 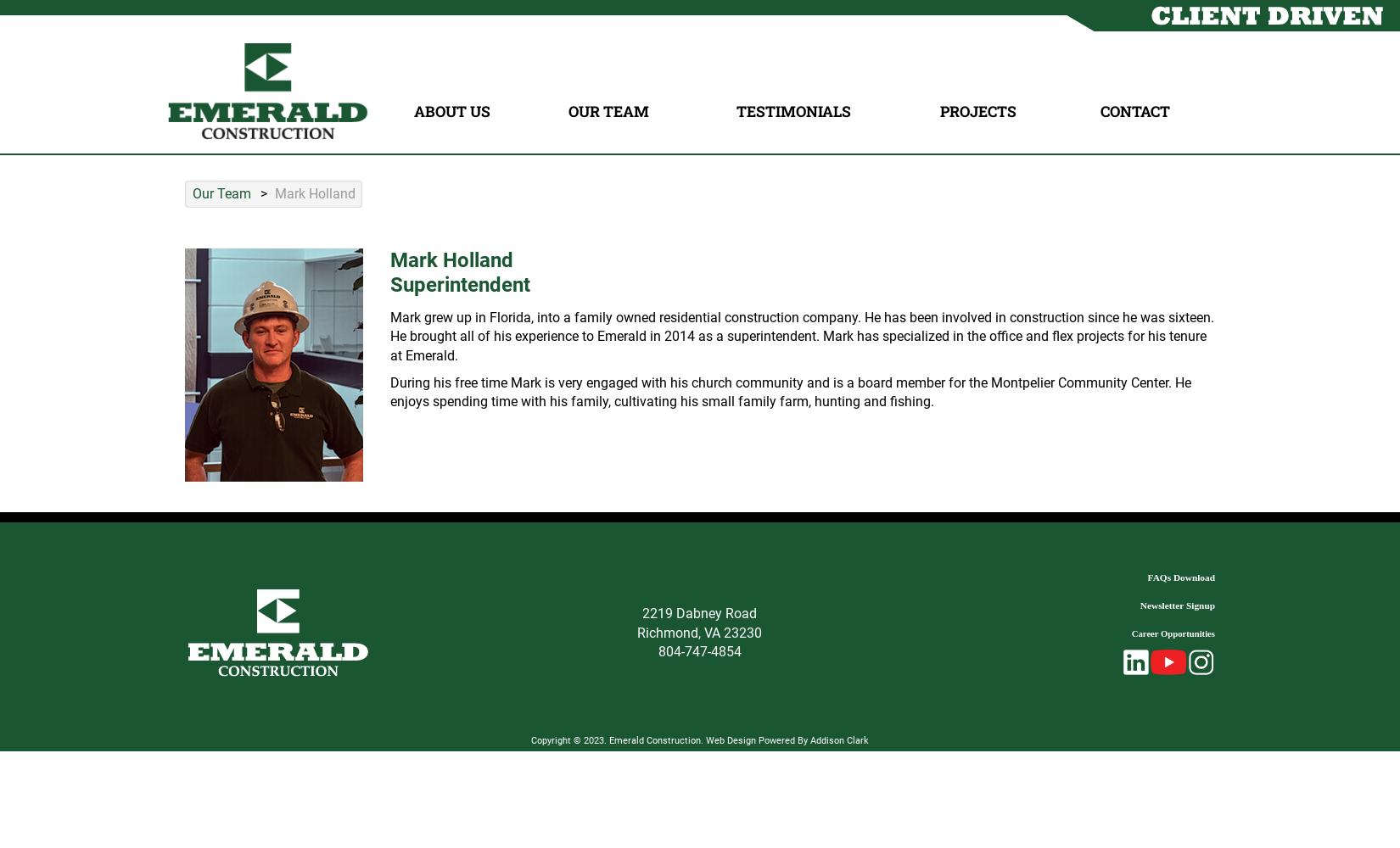 What do you see at coordinates (1172, 633) in the screenshot?
I see `'Career Opportunities'` at bounding box center [1172, 633].